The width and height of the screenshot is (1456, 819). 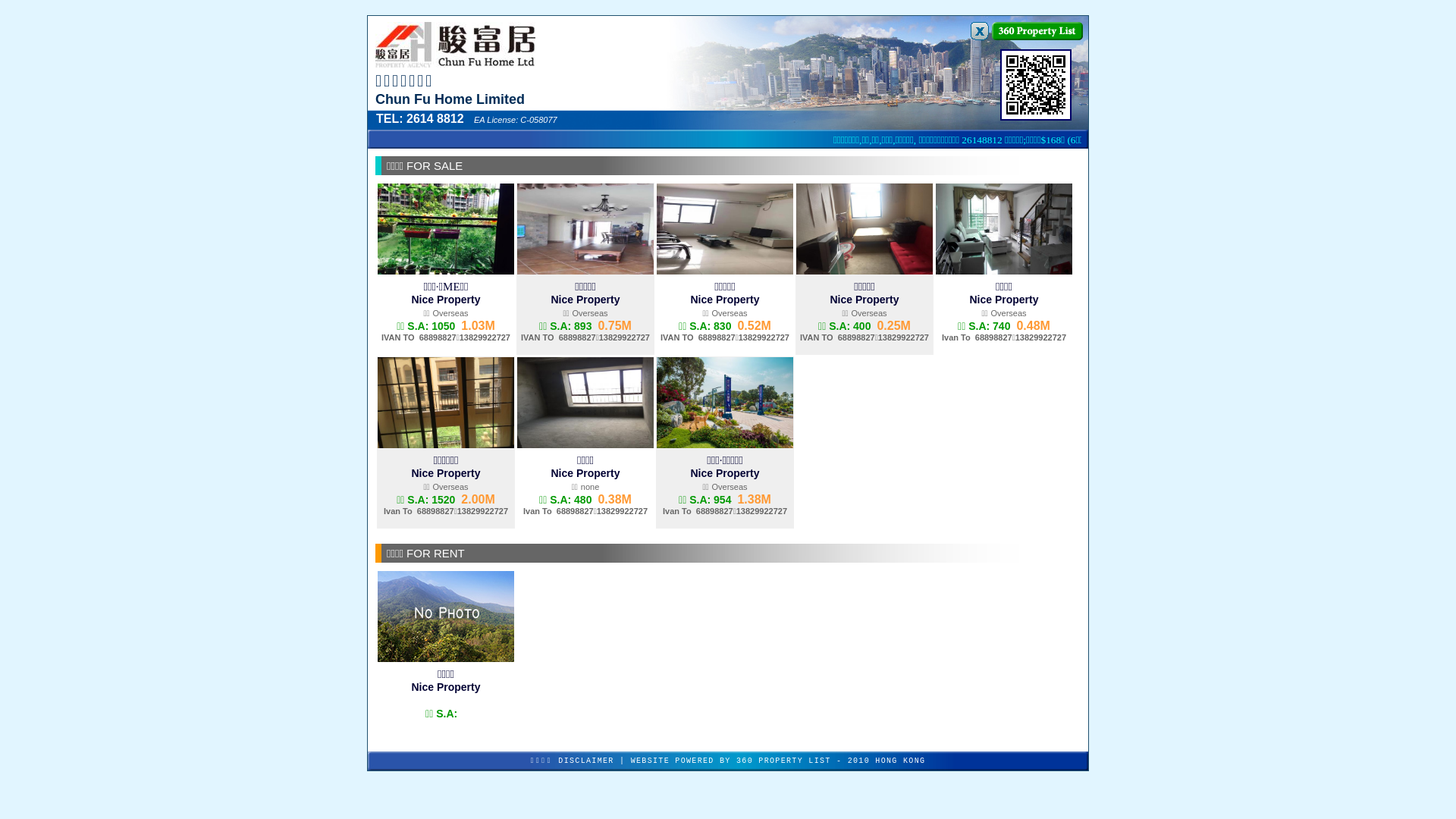 What do you see at coordinates (736, 761) in the screenshot?
I see `'360 PROPERTY LIST'` at bounding box center [736, 761].